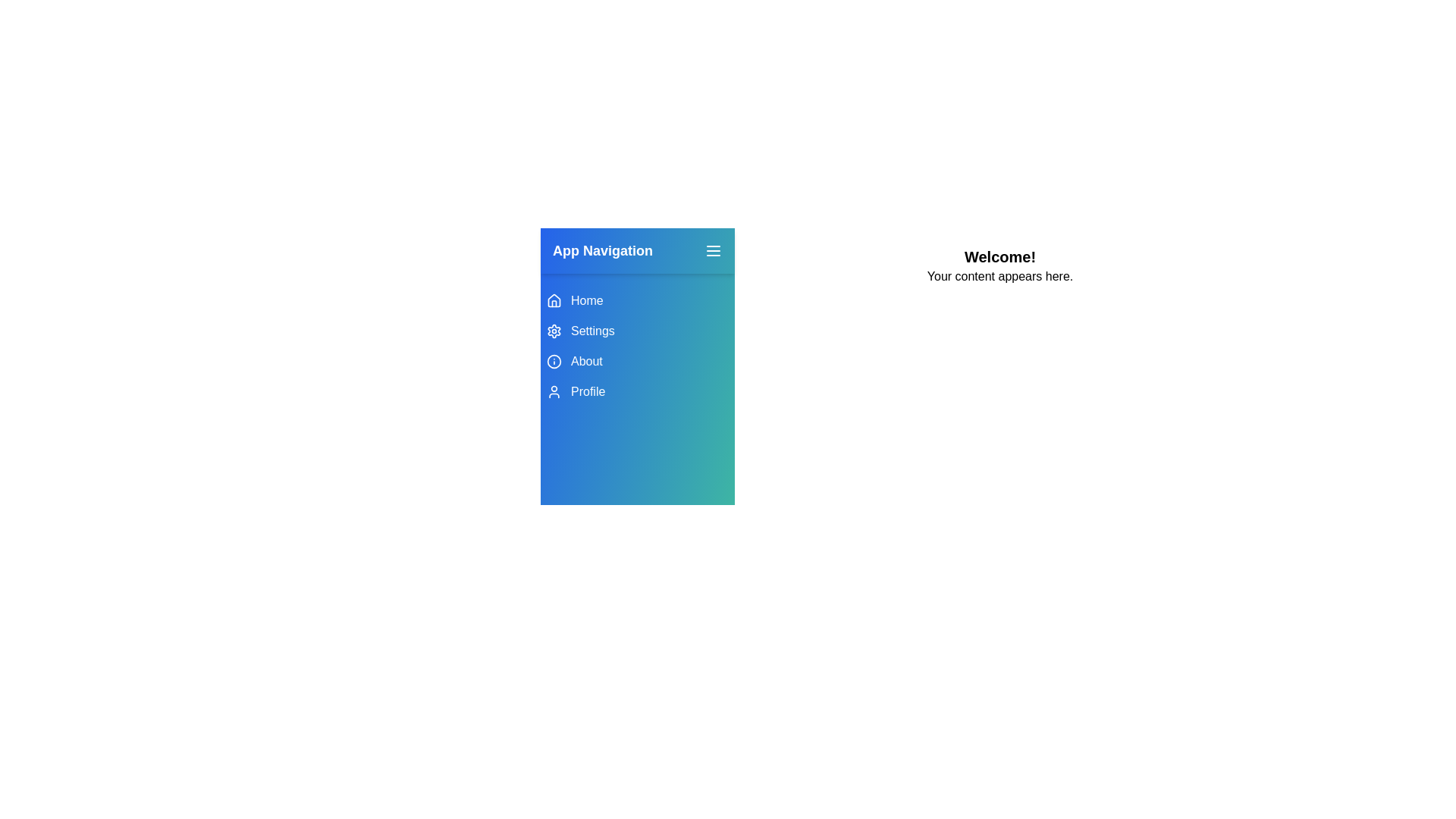 The height and width of the screenshot is (819, 1456). Describe the element at coordinates (637, 330) in the screenshot. I see `the menu item Settings from the drawer` at that location.